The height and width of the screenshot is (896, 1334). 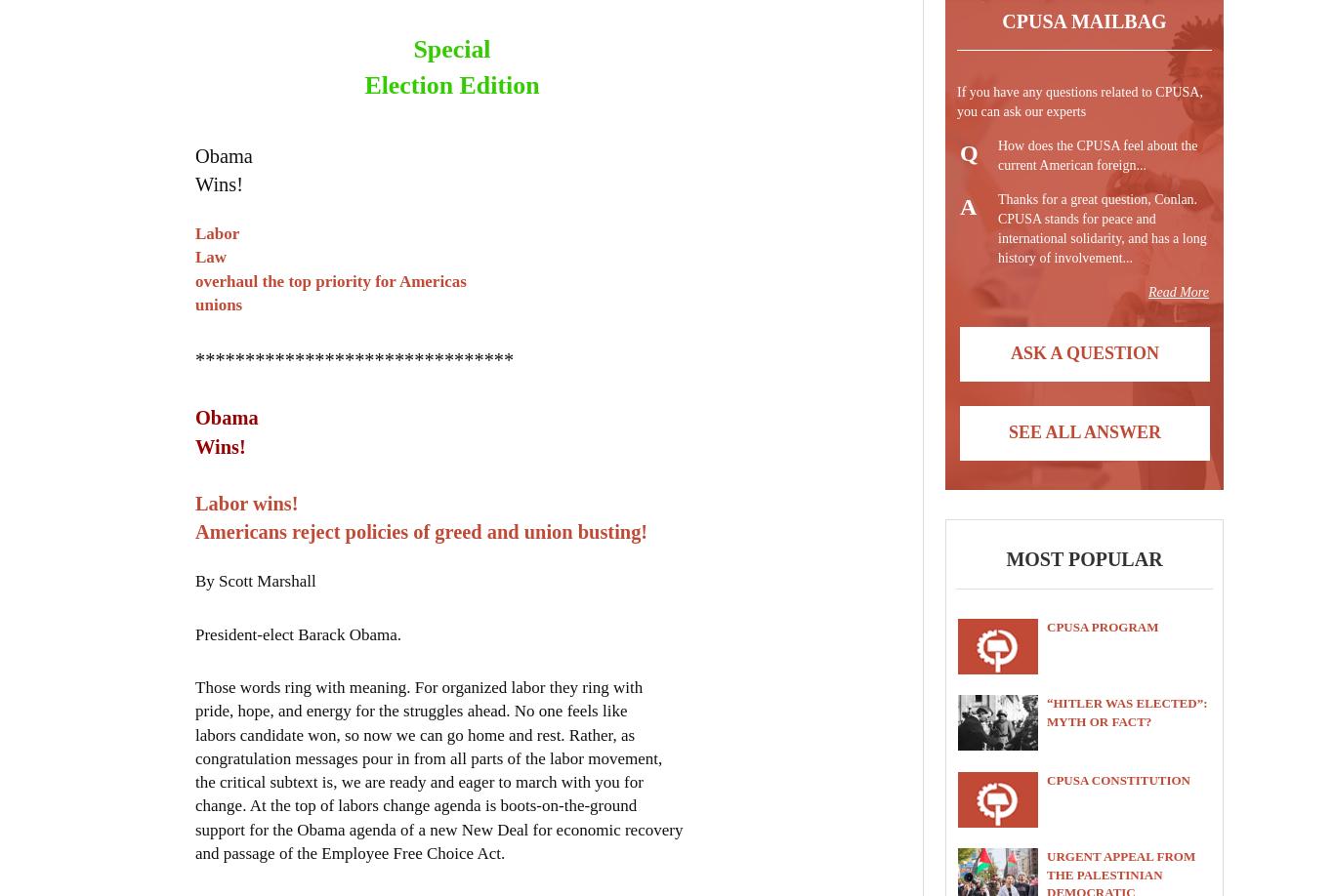 I want to click on 'change. At the top of labors change agenda is boots-on-the-ground', so click(x=415, y=804).